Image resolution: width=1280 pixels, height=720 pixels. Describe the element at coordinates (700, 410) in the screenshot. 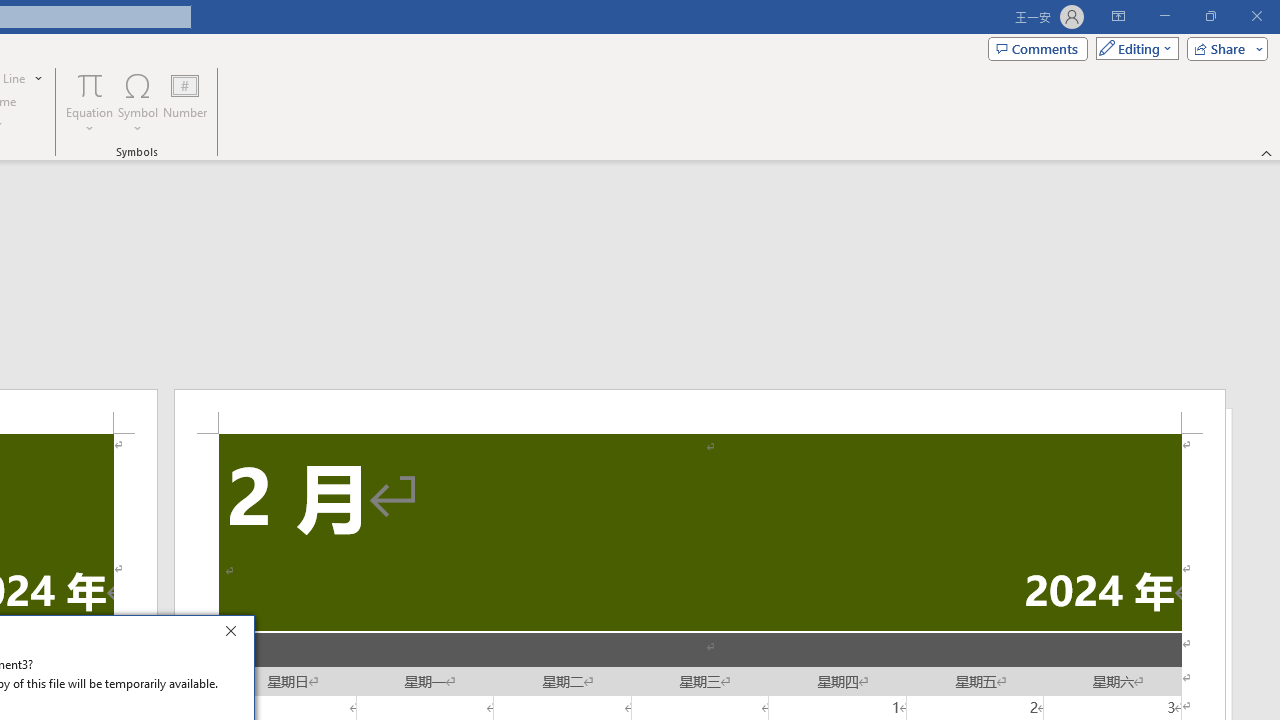

I see `'Header -Section 2-'` at that location.